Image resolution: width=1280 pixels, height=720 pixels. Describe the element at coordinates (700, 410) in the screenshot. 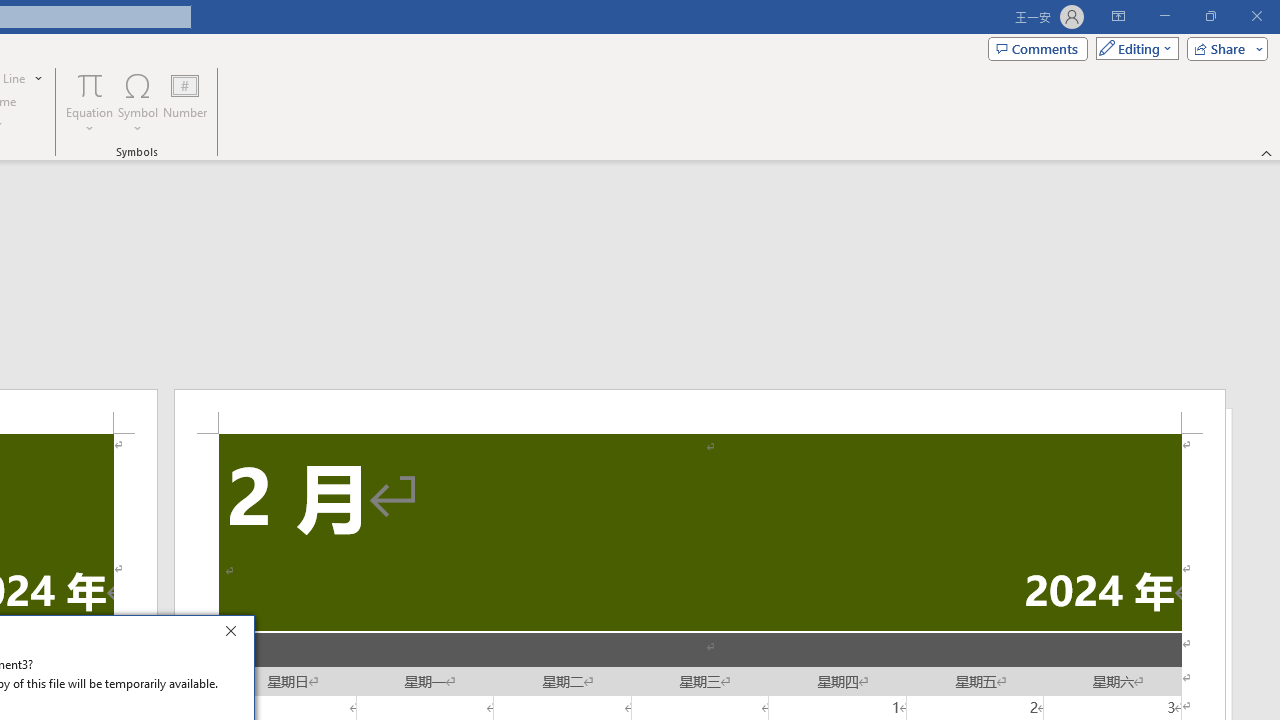

I see `'Header -Section 2-'` at that location.